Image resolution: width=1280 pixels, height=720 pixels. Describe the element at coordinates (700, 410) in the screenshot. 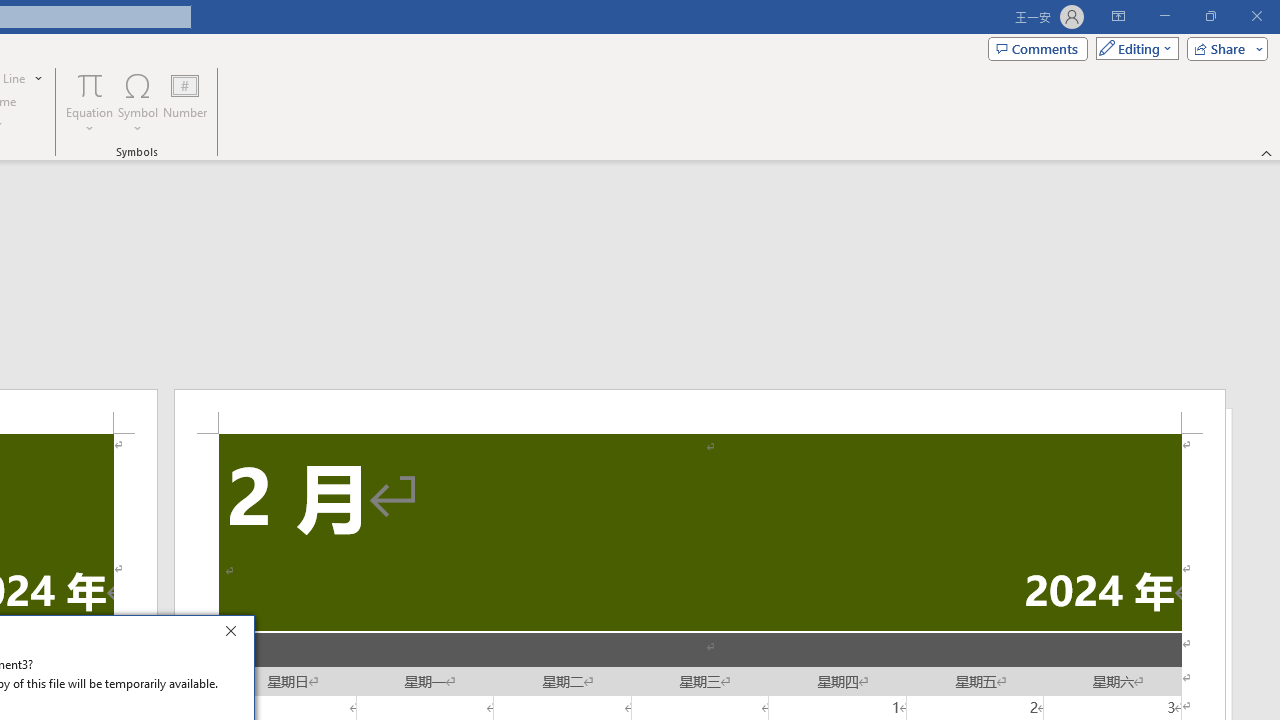

I see `'Header -Section 2-'` at that location.